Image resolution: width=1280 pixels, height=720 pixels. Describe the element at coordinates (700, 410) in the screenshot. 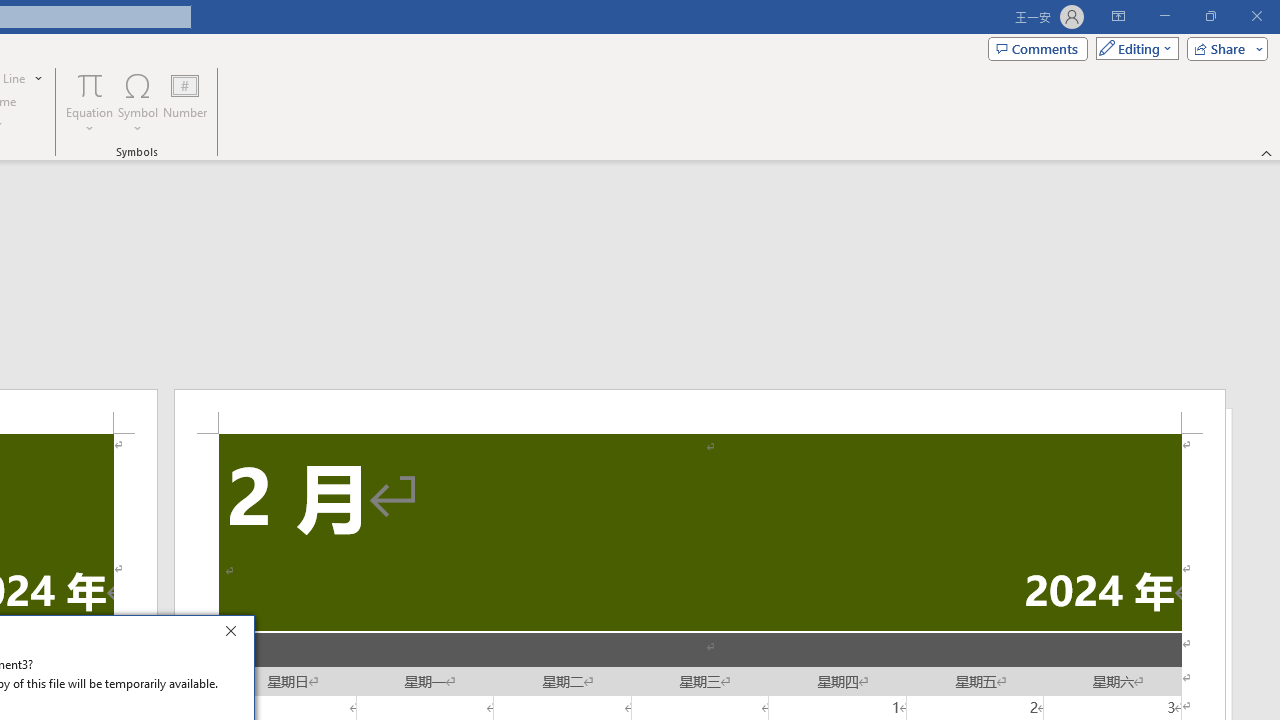

I see `'Header -Section 2-'` at that location.